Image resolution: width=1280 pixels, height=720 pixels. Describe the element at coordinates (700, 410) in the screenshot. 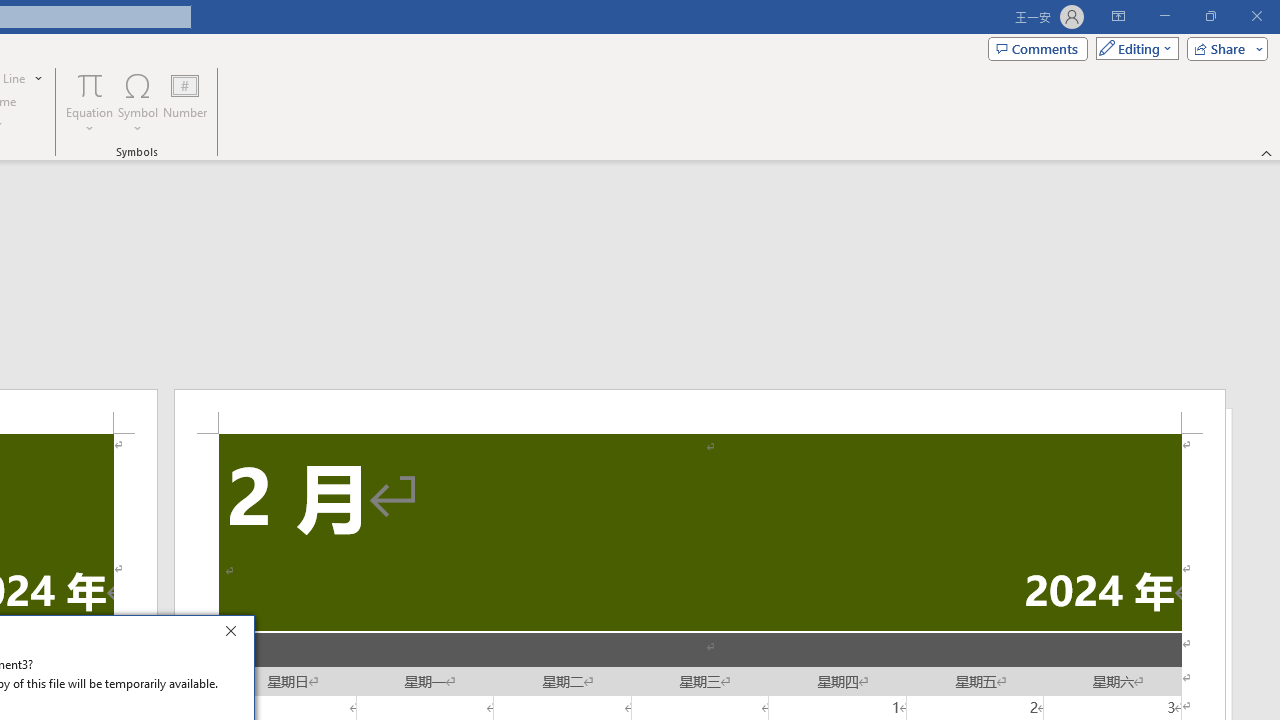

I see `'Header -Section 2-'` at that location.